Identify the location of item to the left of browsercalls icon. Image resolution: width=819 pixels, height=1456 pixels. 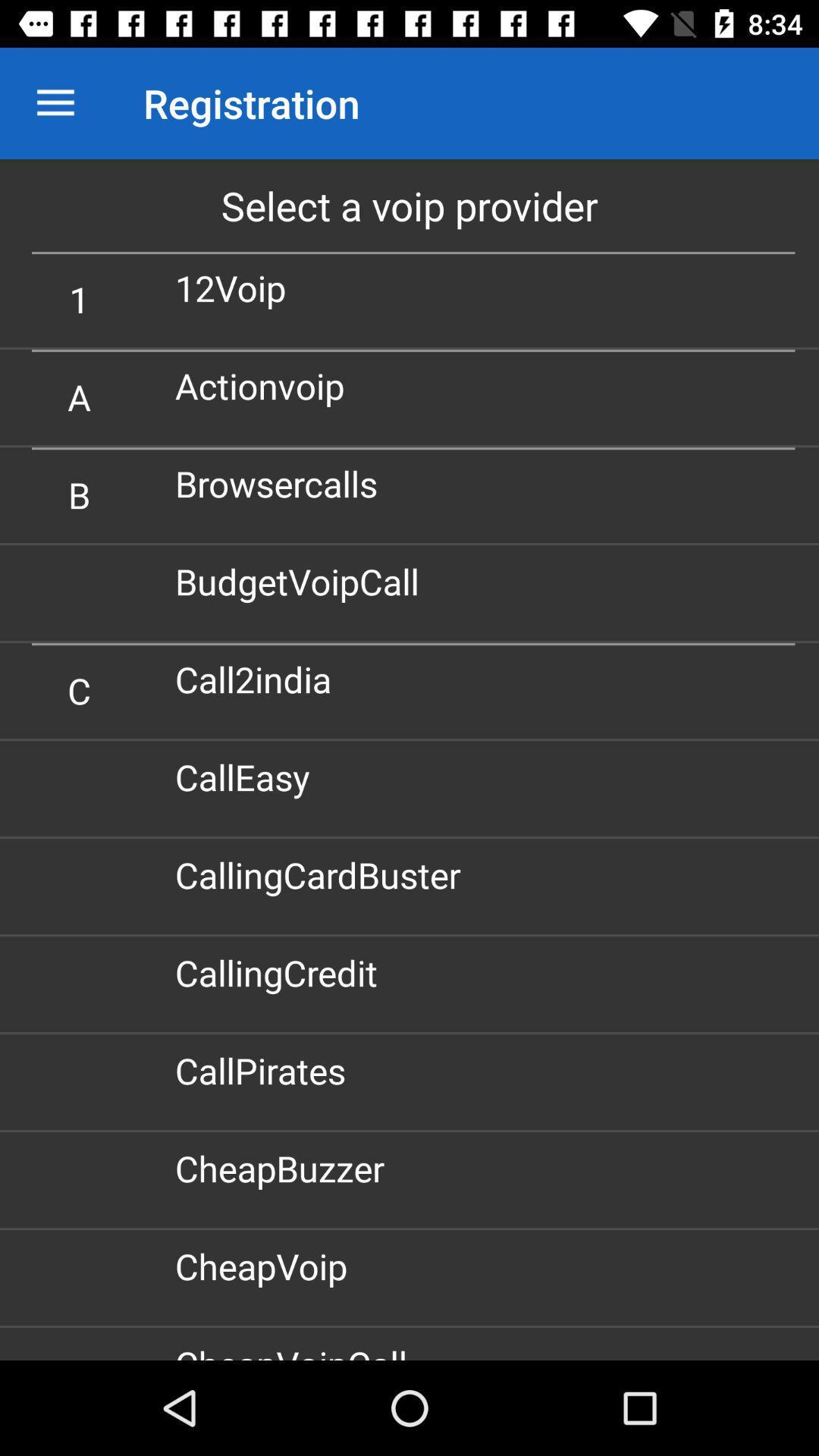
(79, 494).